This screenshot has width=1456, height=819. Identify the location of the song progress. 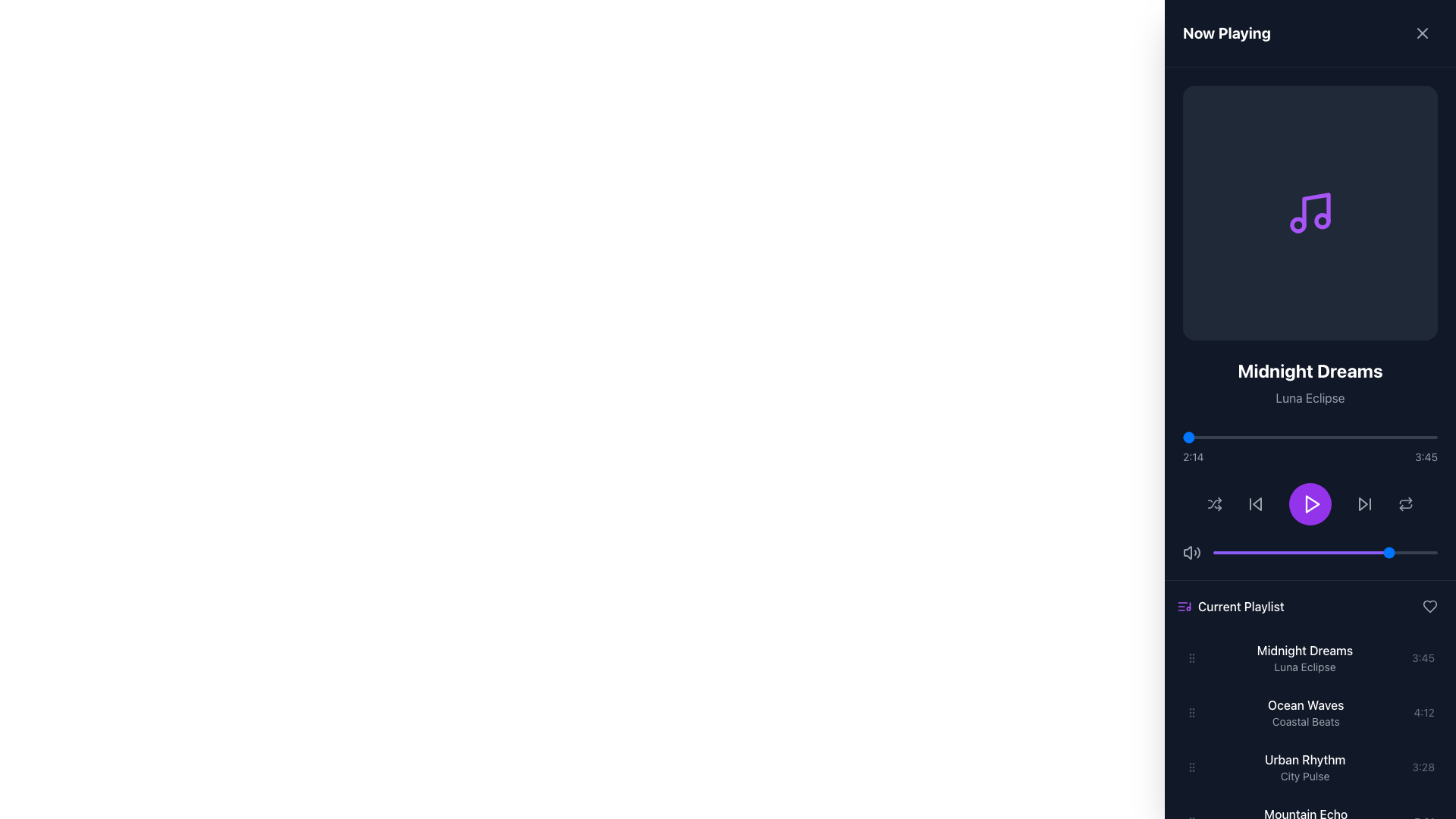
(1346, 438).